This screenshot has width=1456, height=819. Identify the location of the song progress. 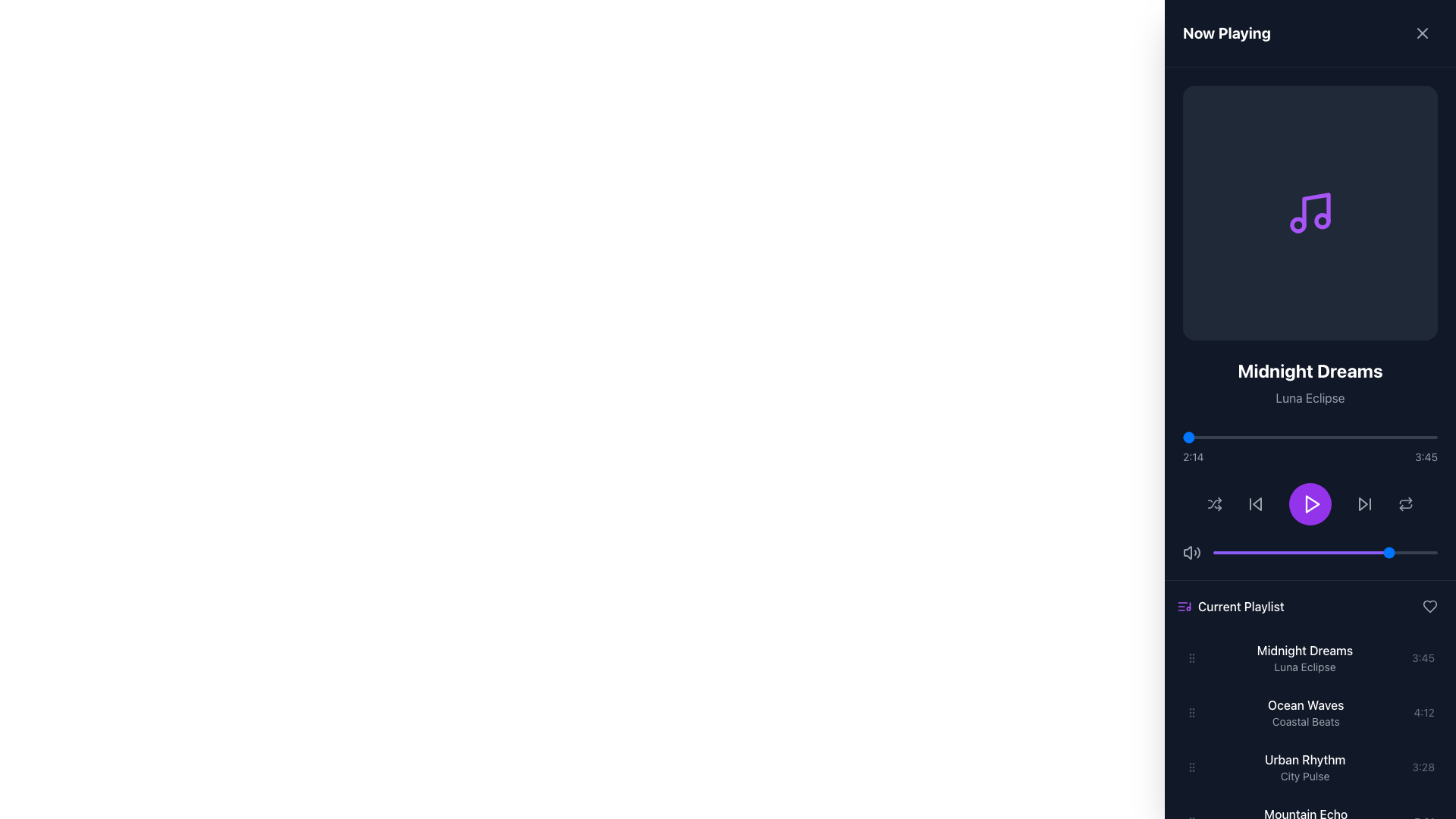
(1346, 438).